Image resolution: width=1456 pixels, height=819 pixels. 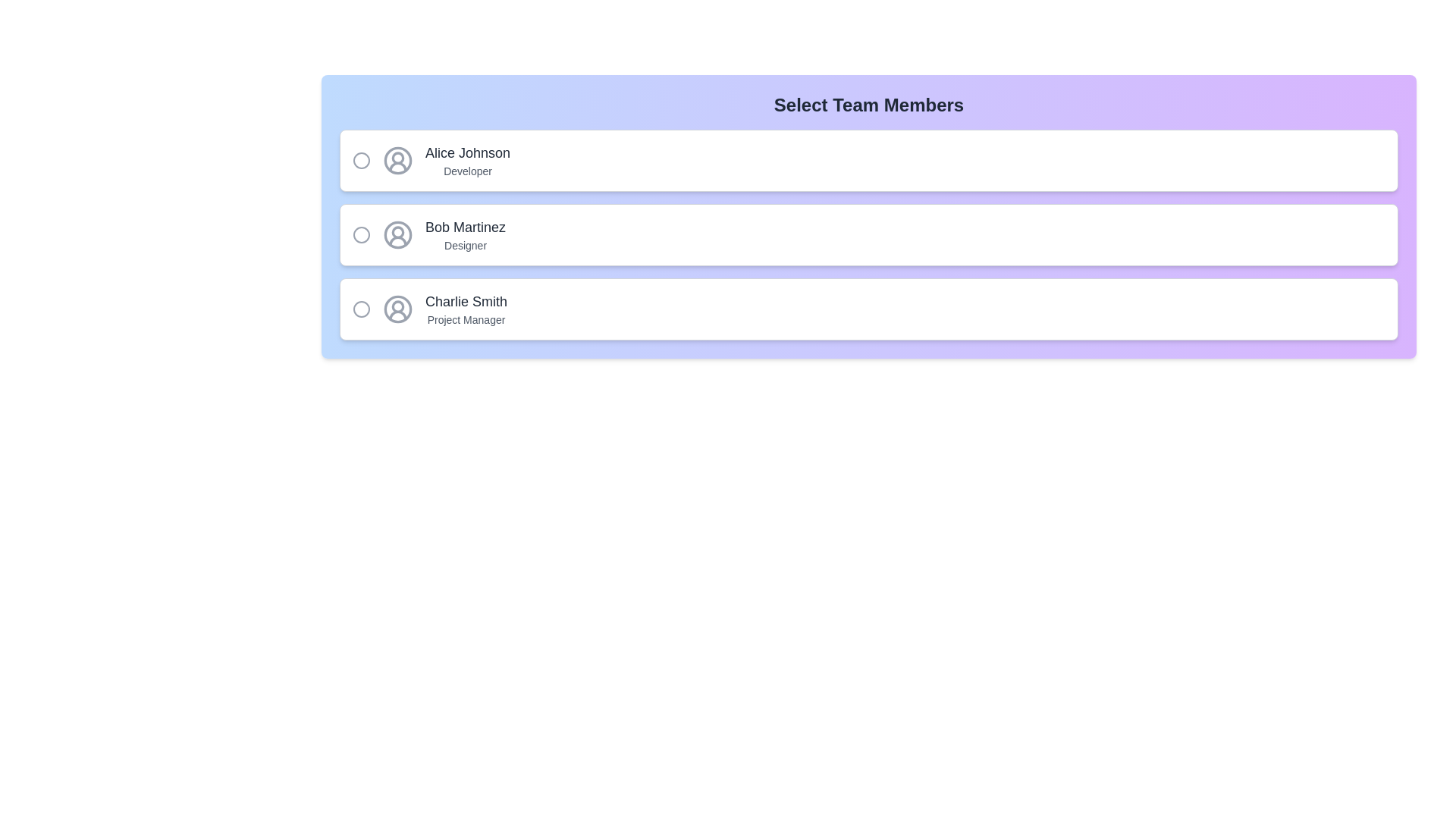 What do you see at coordinates (397, 161) in the screenshot?
I see `the user profile icon representing 'Alice Johnson, Developer', located to the left of the text content and next to the selection radio button` at bounding box center [397, 161].